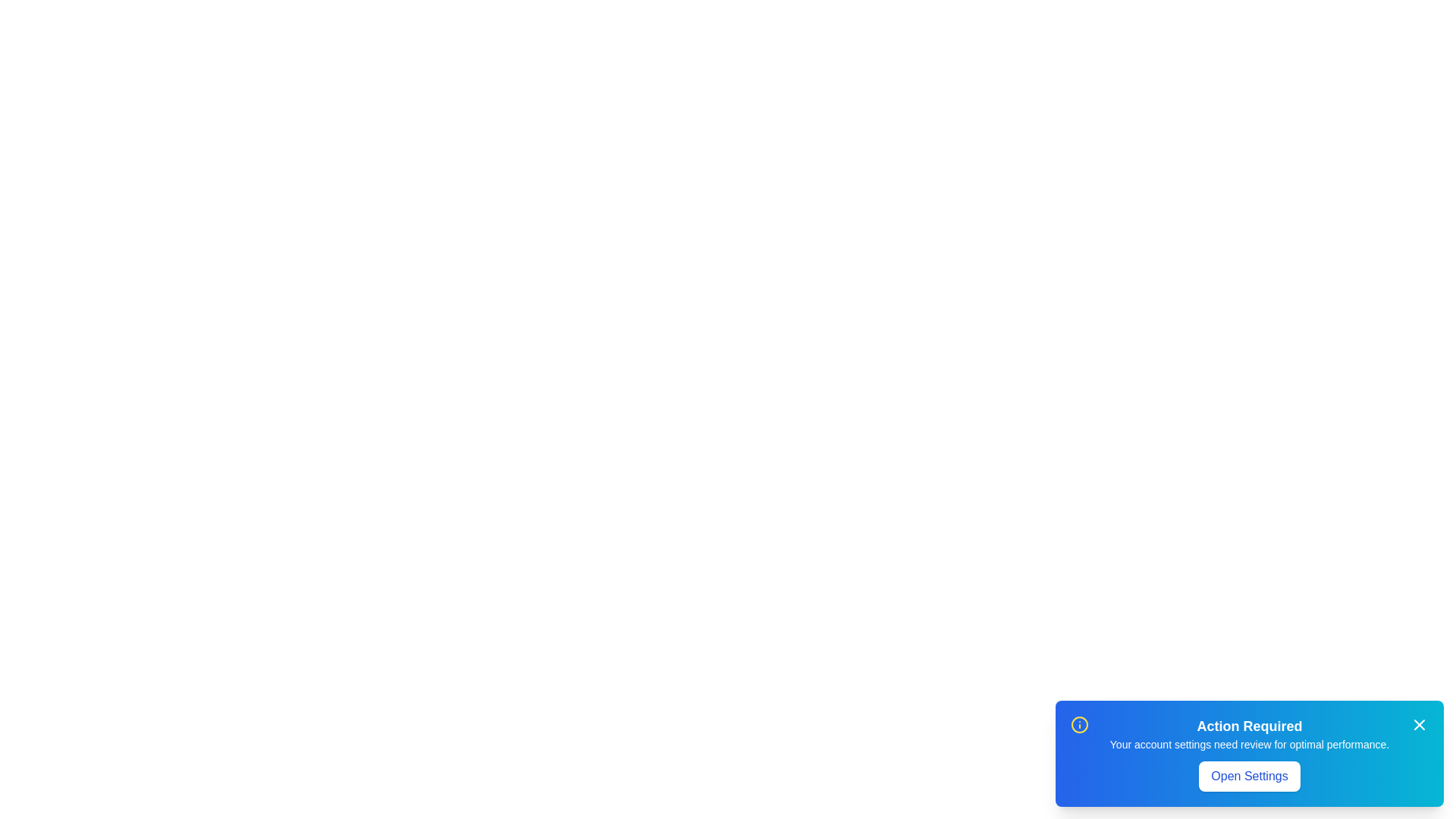  What do you see at coordinates (1419, 724) in the screenshot?
I see `the Close button element to observe hover effects` at bounding box center [1419, 724].